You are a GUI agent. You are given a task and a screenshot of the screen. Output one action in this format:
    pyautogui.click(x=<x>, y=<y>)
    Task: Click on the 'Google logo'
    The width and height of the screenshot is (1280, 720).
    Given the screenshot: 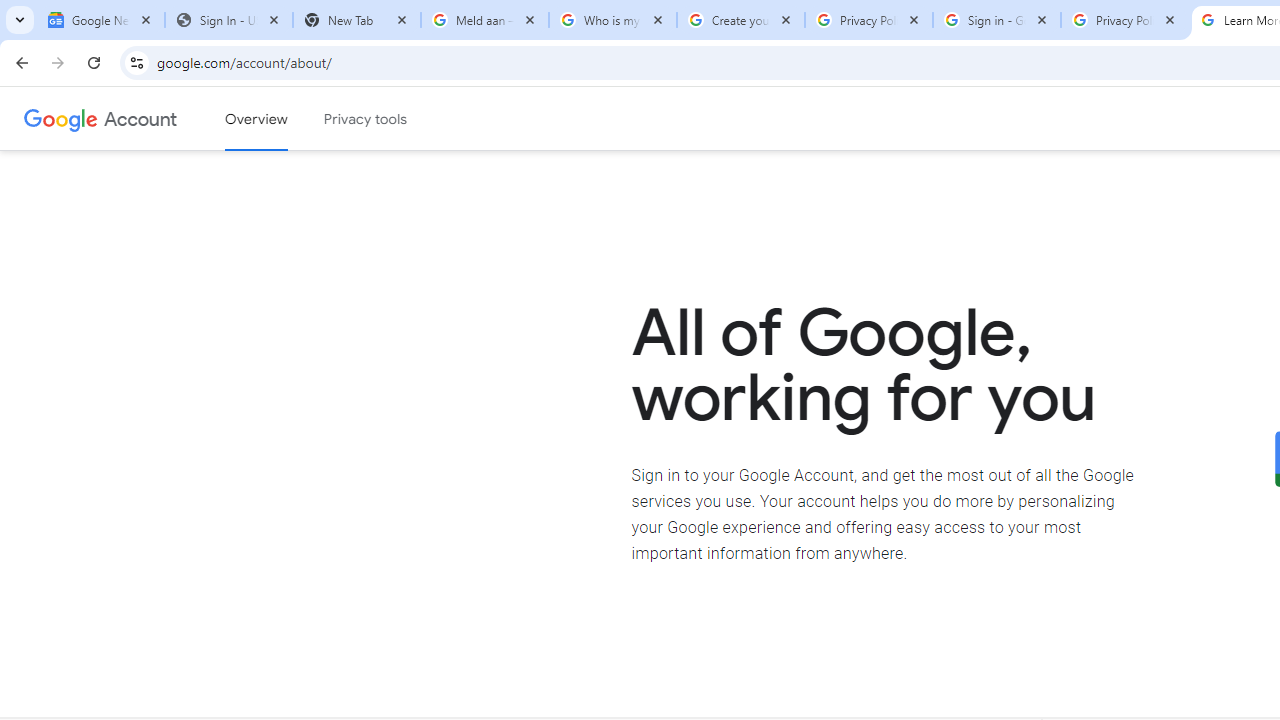 What is the action you would take?
    pyautogui.click(x=61, y=118)
    